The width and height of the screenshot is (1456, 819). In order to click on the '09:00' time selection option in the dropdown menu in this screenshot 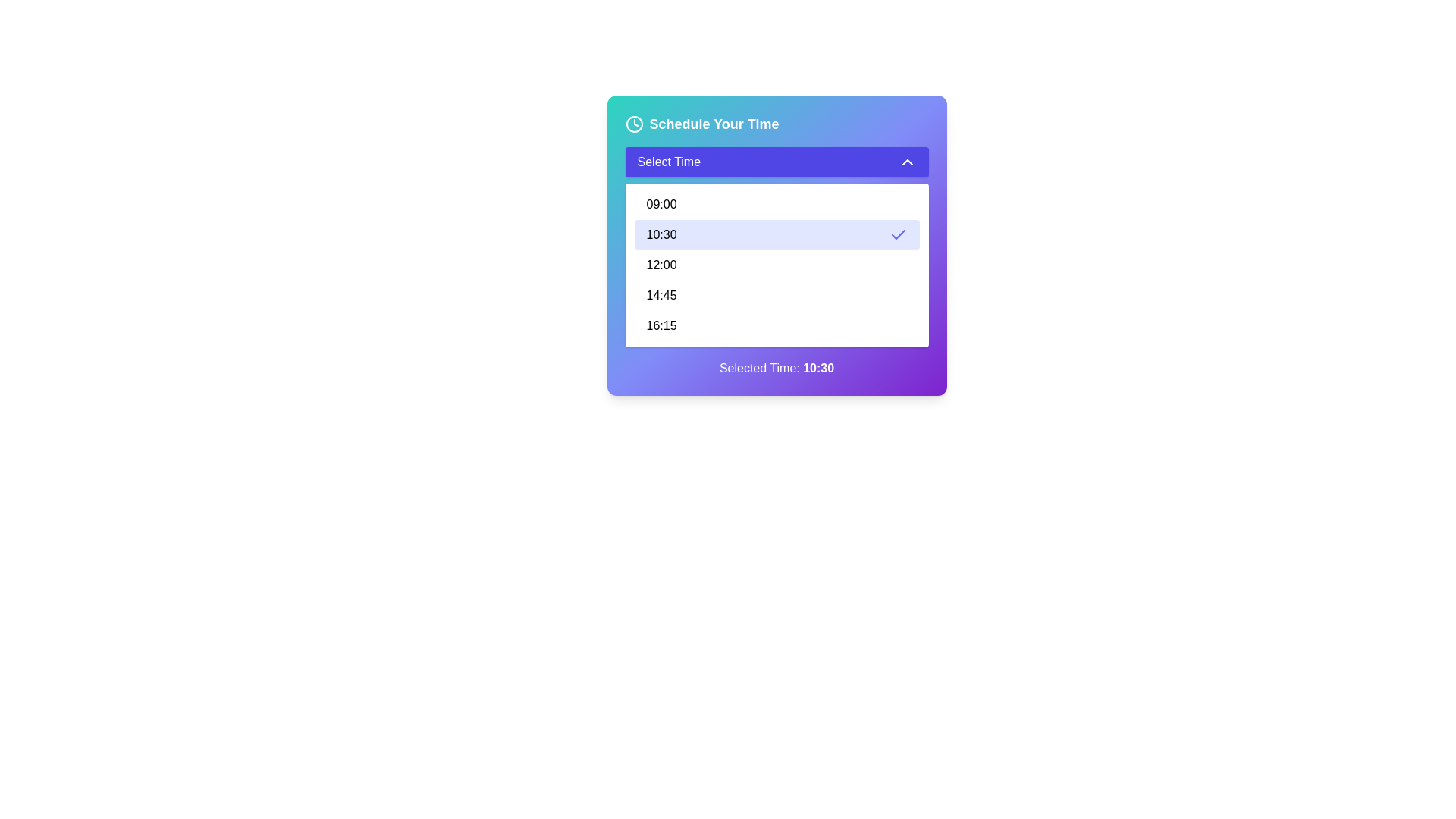, I will do `click(661, 205)`.